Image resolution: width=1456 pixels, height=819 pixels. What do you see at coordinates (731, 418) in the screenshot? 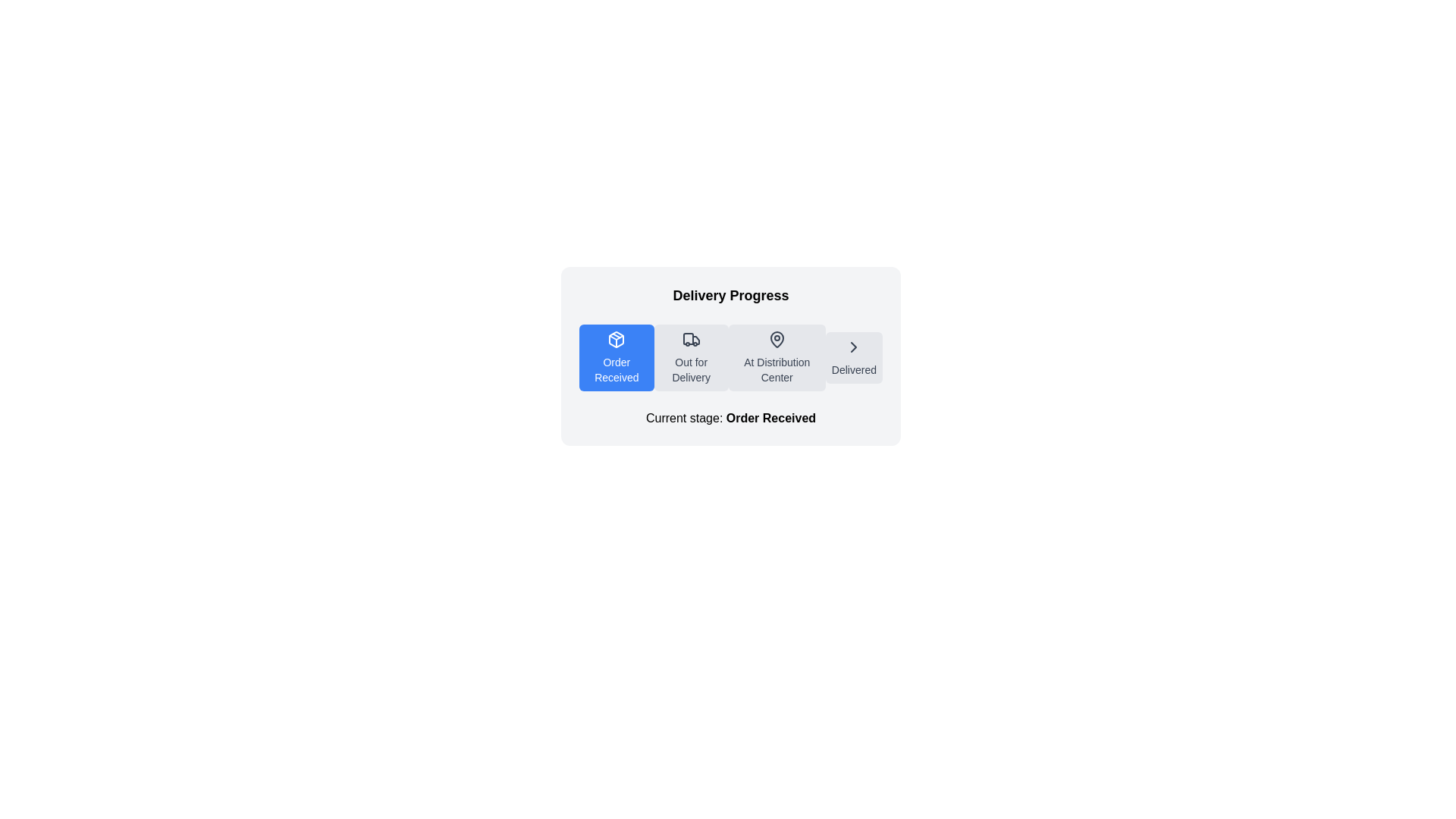
I see `text displayed in the centered text component labeled 'Current stage: Order Received', located at the bottom of the delivery progress section` at bounding box center [731, 418].